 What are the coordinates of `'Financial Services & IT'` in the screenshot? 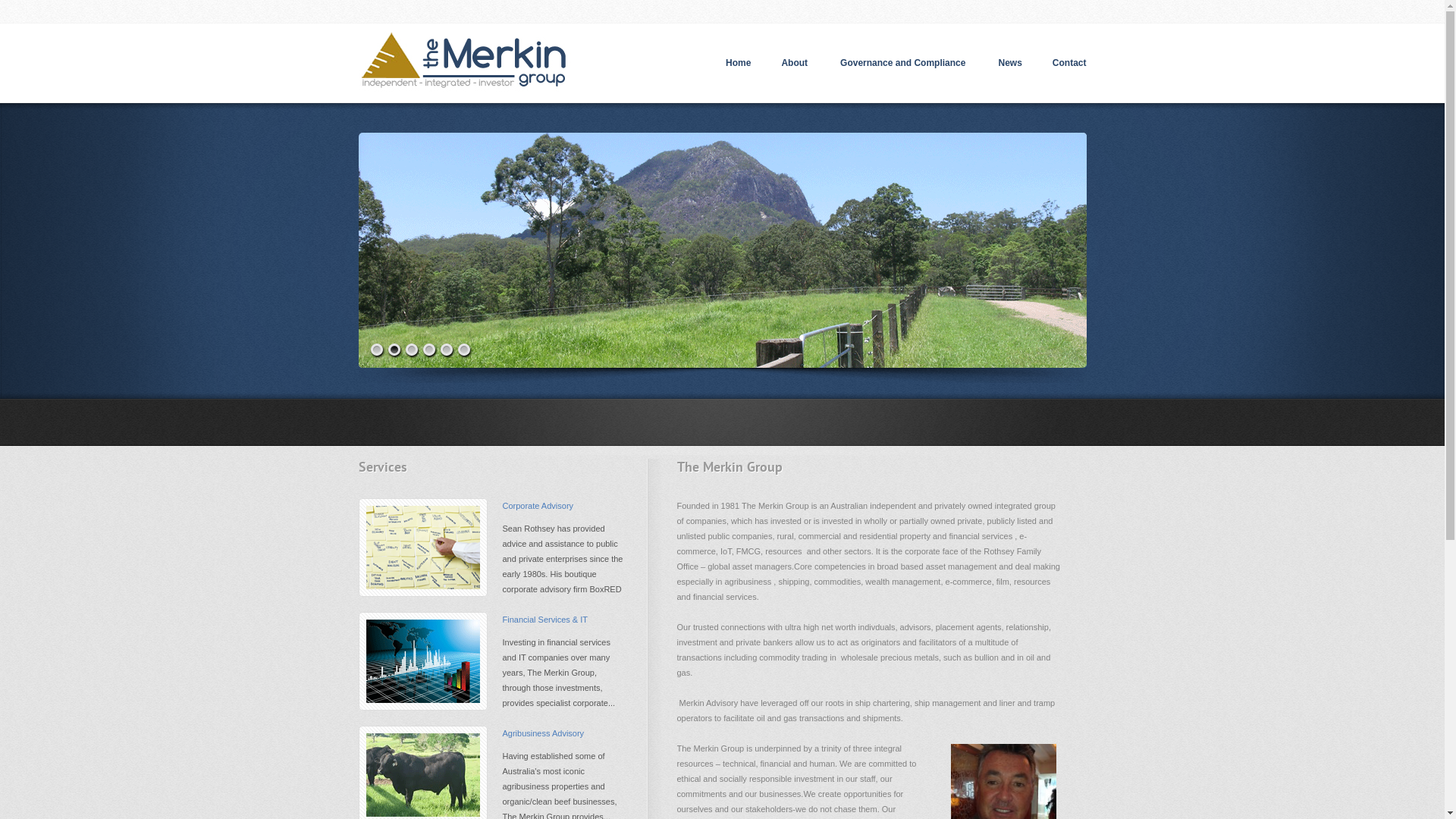 It's located at (544, 620).